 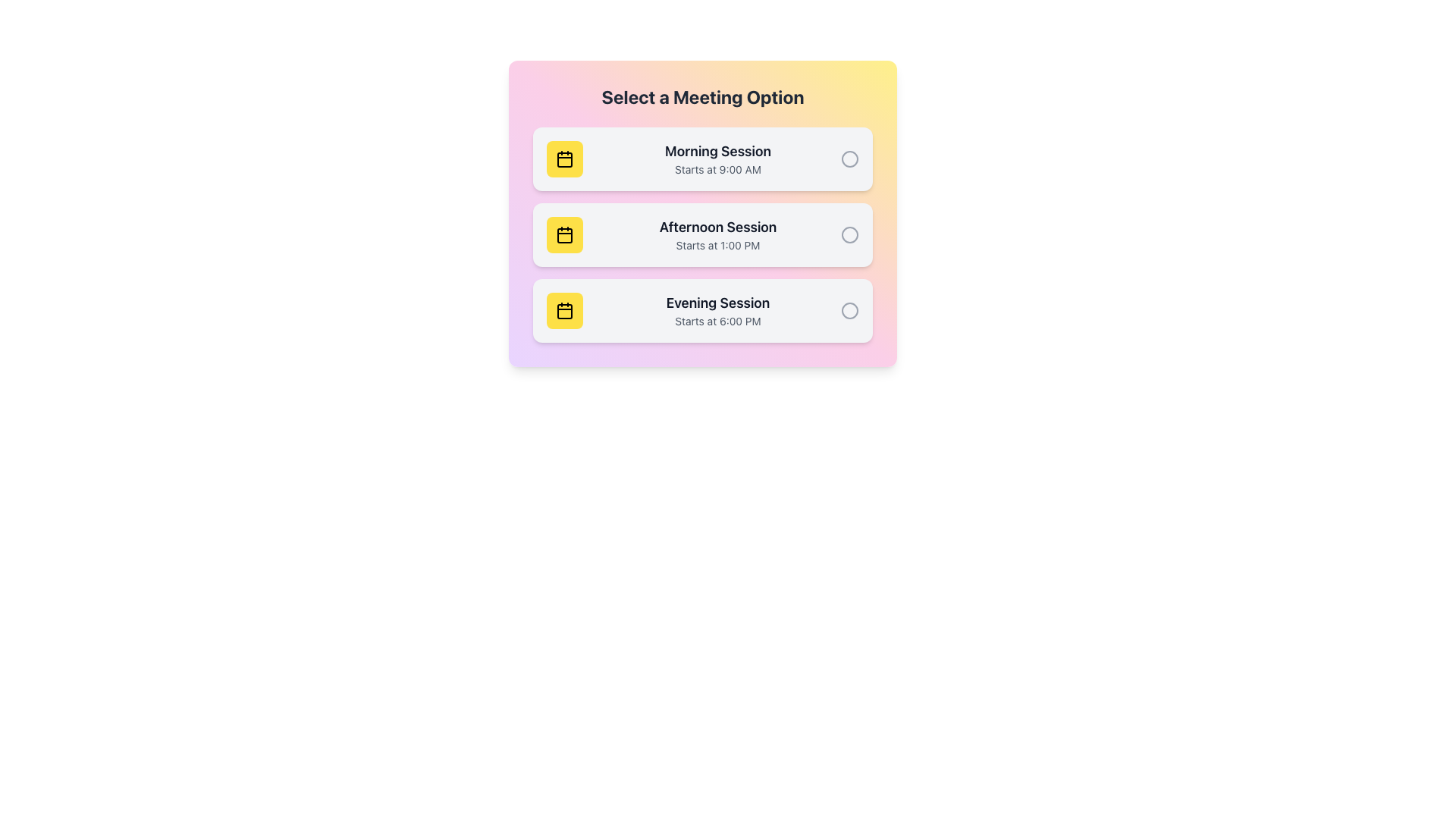 I want to click on the 'Afternoon Session' selectable list item, so click(x=701, y=234).